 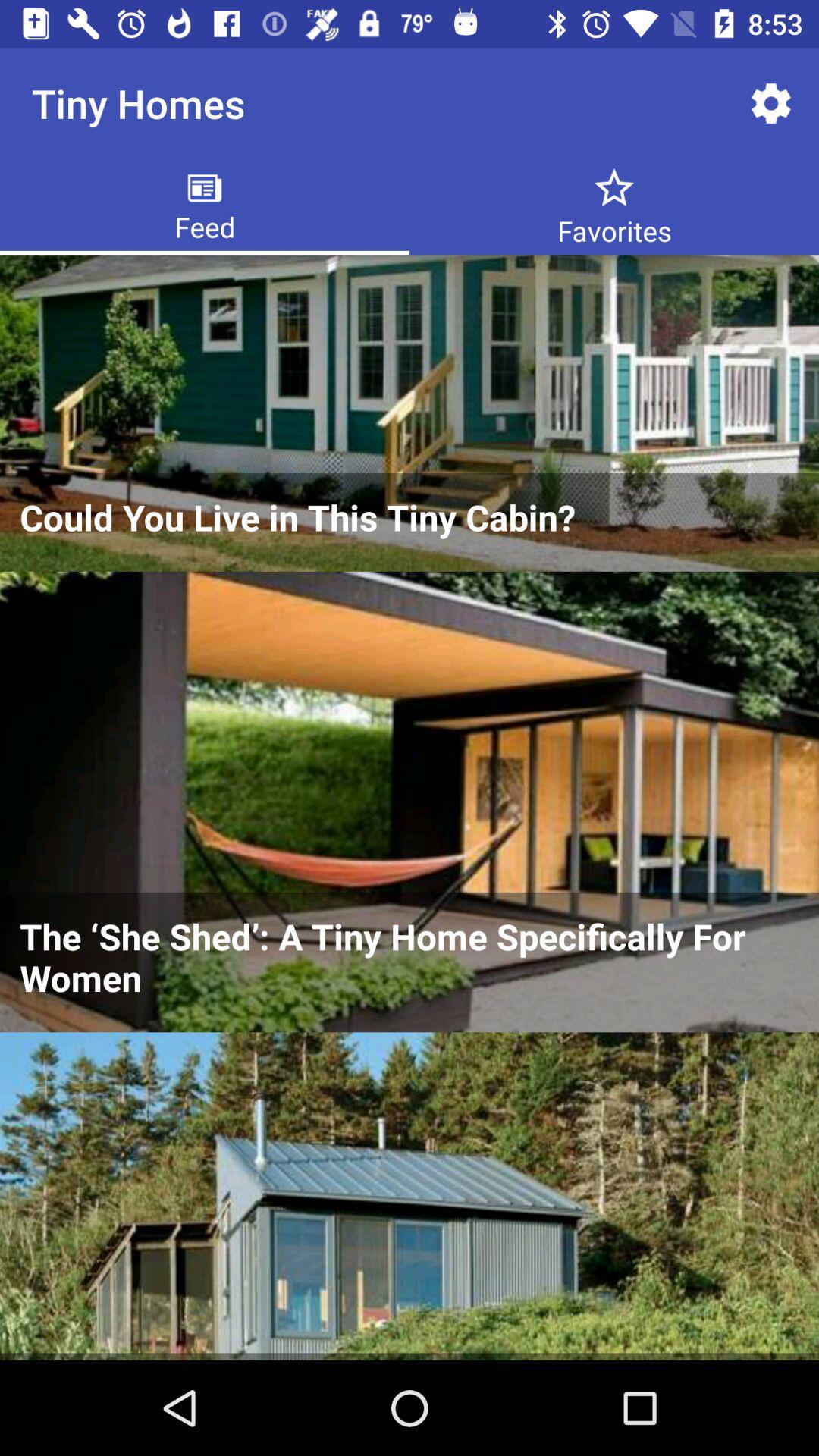 I want to click on item to the right of tiny homes, so click(x=771, y=102).